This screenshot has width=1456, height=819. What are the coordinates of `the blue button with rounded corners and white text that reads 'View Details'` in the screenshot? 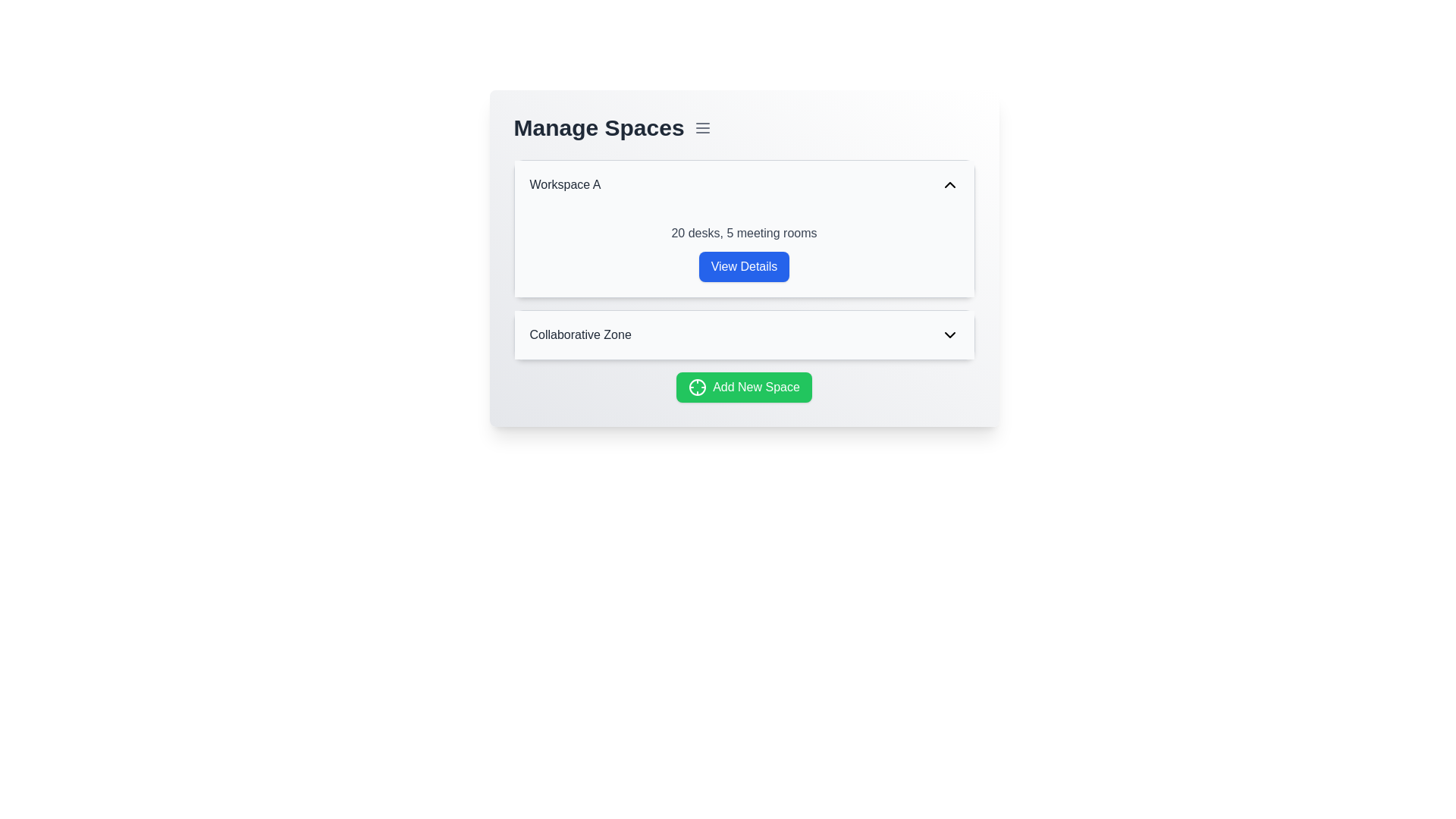 It's located at (744, 257).